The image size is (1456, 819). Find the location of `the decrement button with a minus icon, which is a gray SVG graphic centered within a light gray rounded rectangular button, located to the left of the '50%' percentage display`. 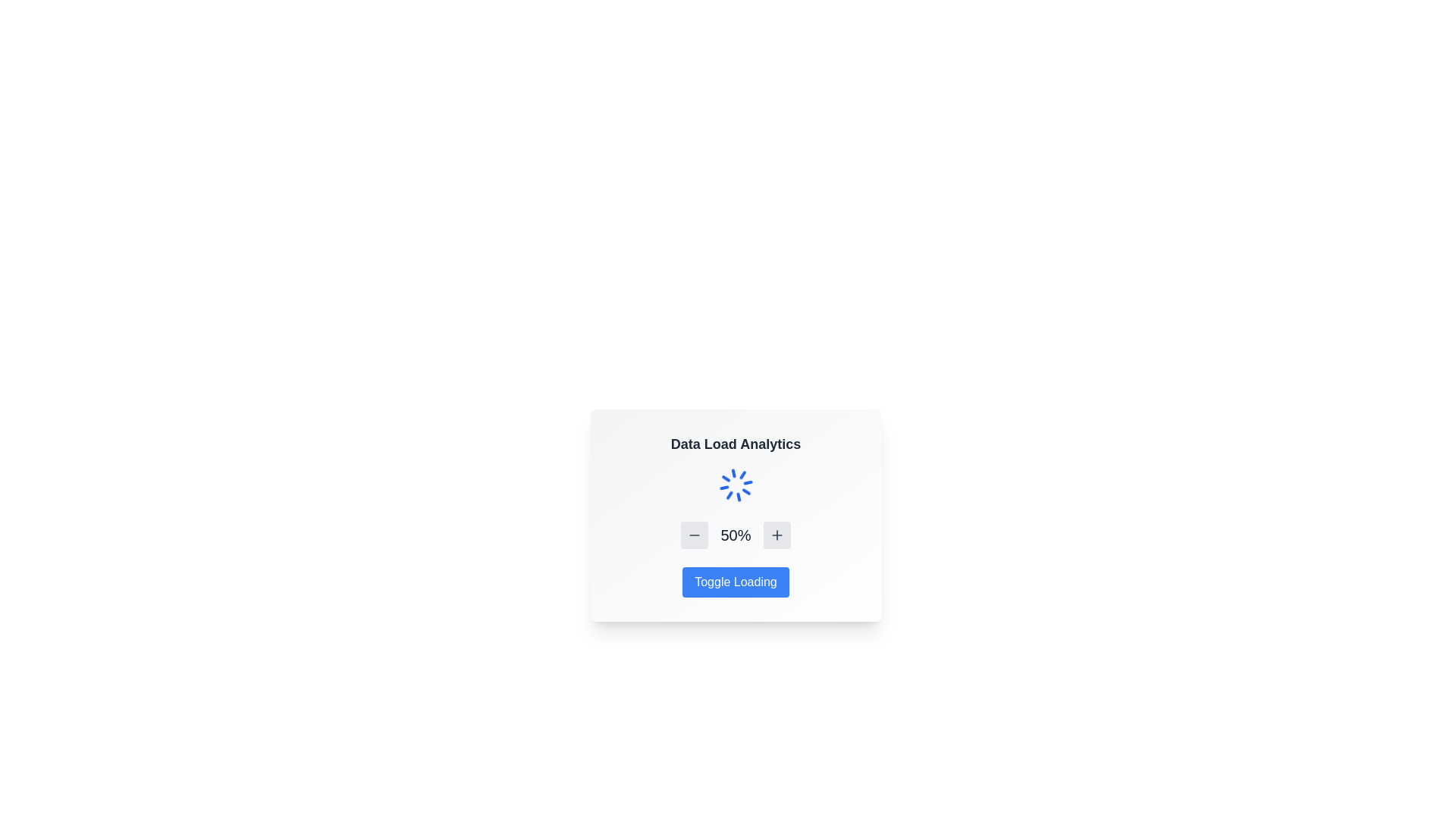

the decrement button with a minus icon, which is a gray SVG graphic centered within a light gray rounded rectangular button, located to the left of the '50%' percentage display is located at coordinates (694, 534).